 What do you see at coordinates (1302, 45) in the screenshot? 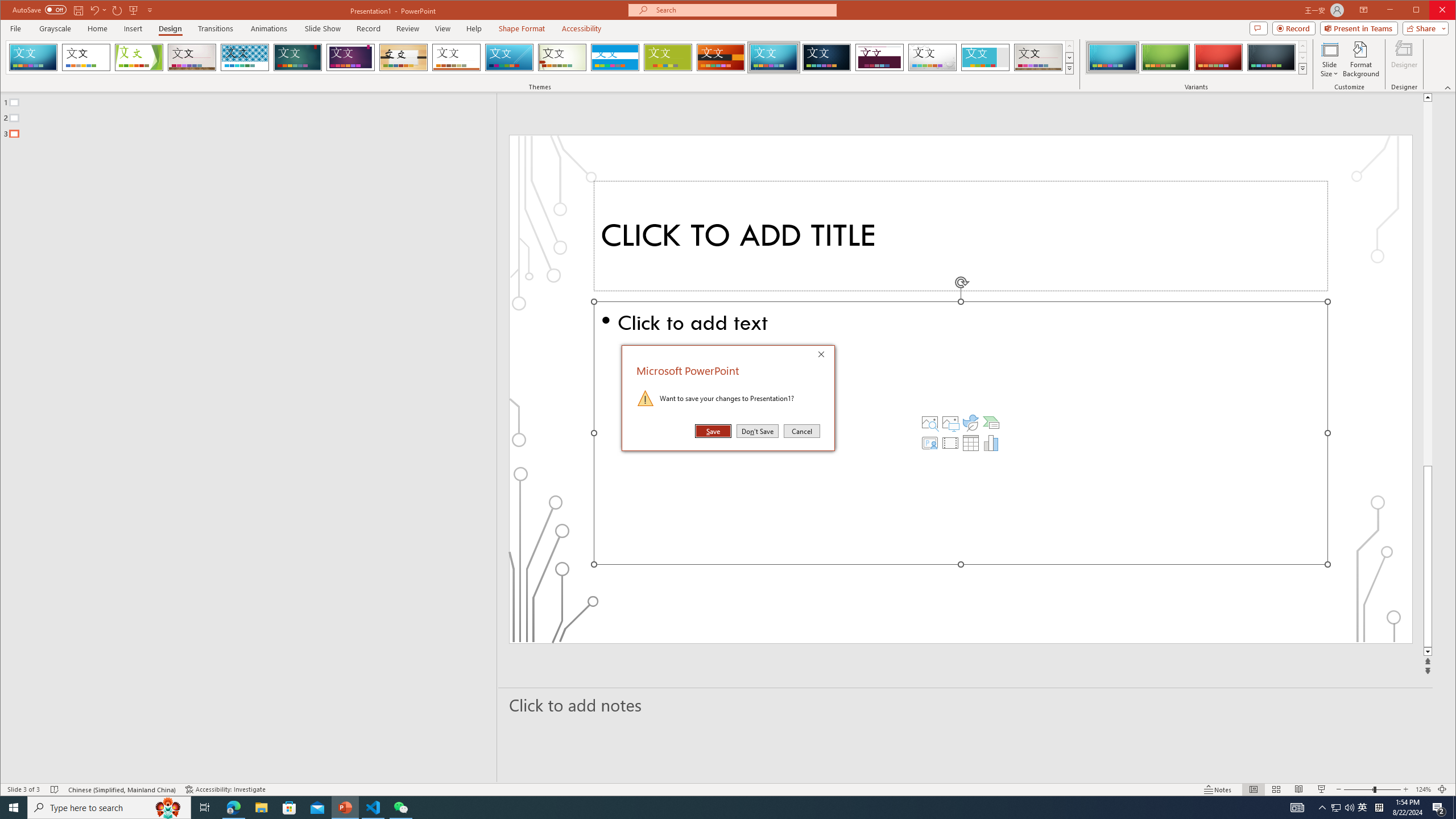
I see `'Row up'` at bounding box center [1302, 45].